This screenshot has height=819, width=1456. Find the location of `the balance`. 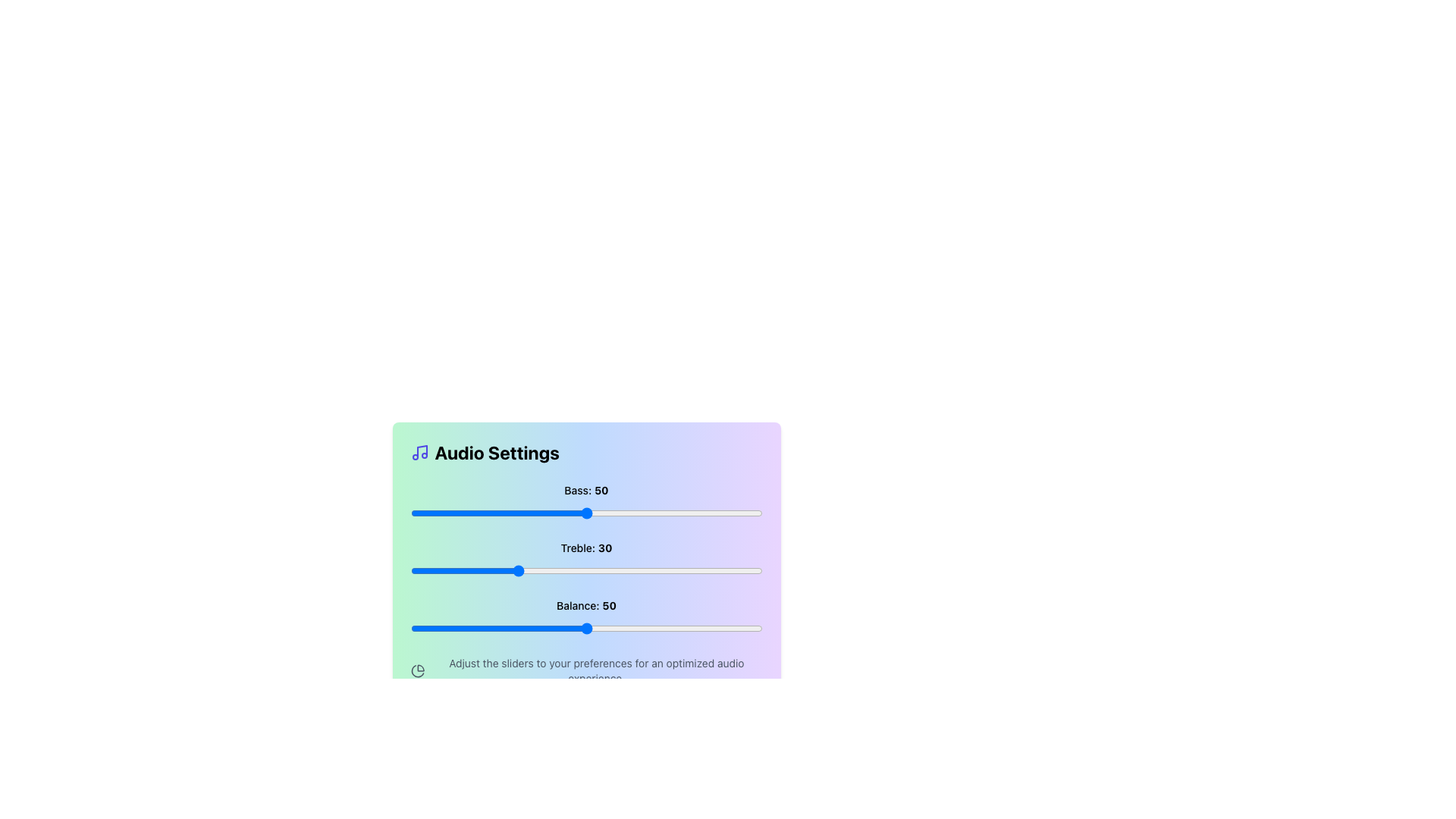

the balance is located at coordinates (541, 629).